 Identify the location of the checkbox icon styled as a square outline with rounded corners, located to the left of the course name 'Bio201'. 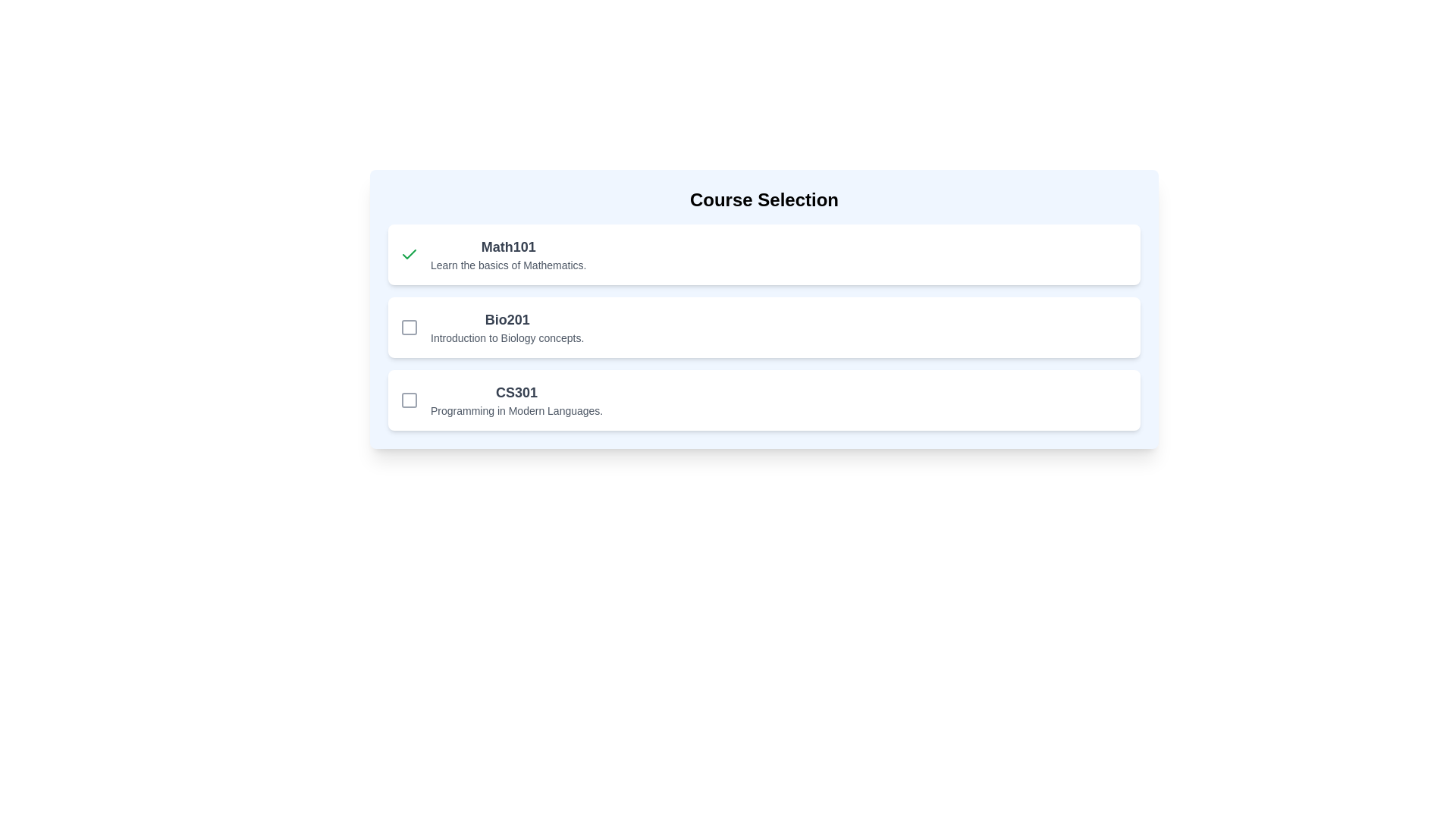
(409, 327).